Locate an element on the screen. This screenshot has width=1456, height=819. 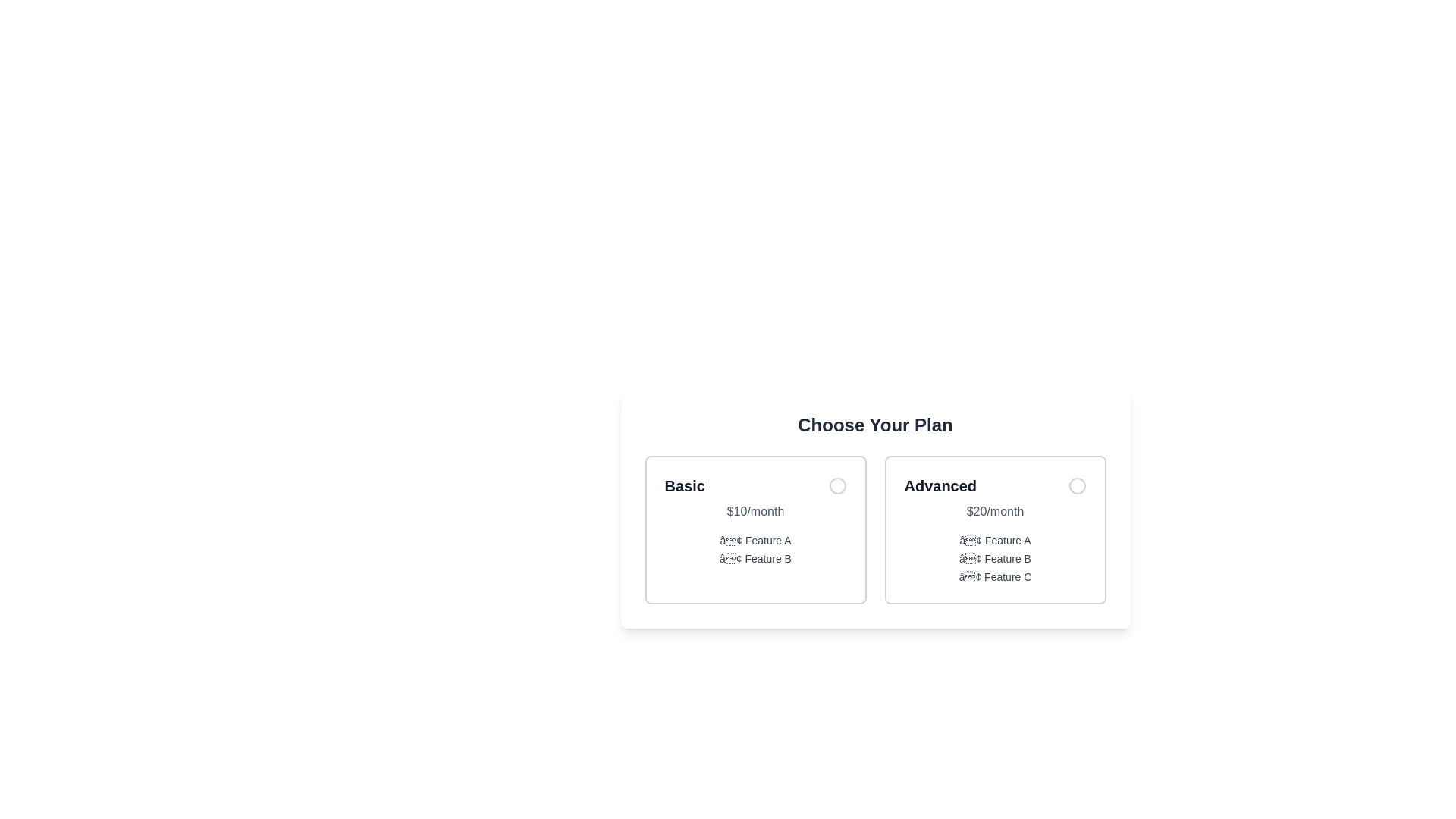
the circular radio button indicator located in the top-right corner of the 'Basic' card is located at coordinates (836, 485).